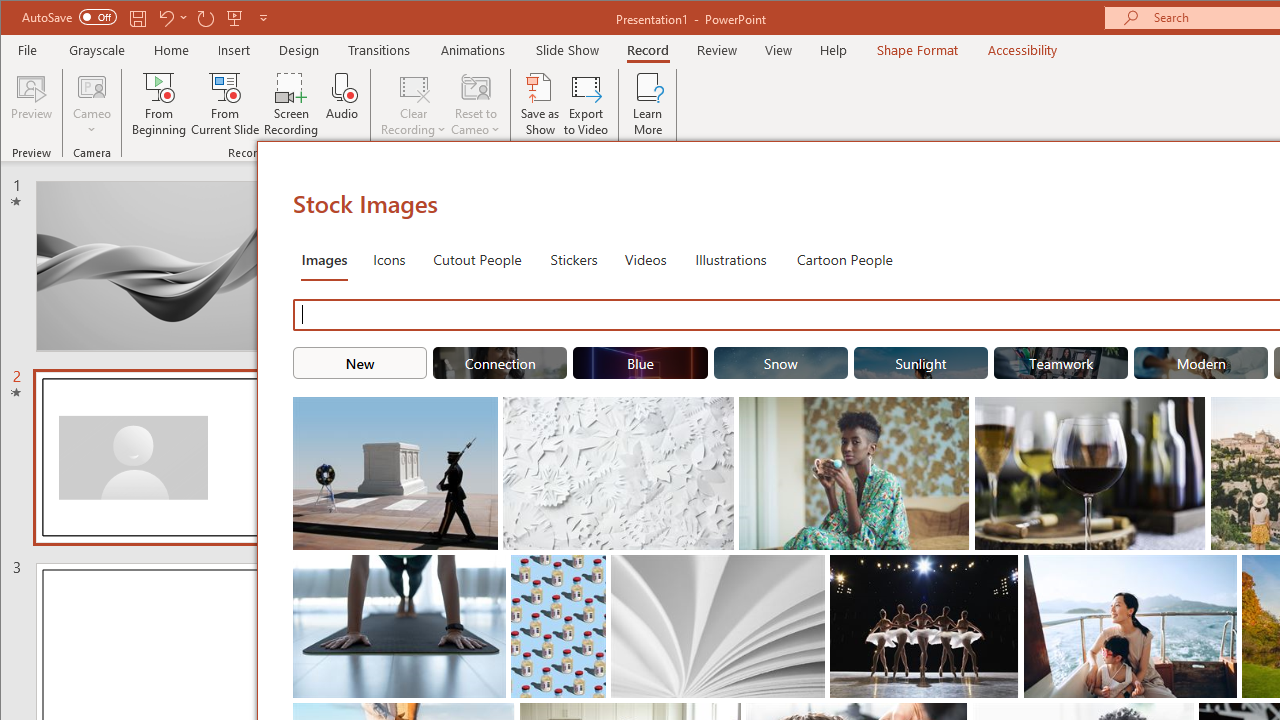 The width and height of the screenshot is (1280, 720). Describe the element at coordinates (1060, 362) in the screenshot. I see `'"Teamwork" Stock Images.'` at that location.